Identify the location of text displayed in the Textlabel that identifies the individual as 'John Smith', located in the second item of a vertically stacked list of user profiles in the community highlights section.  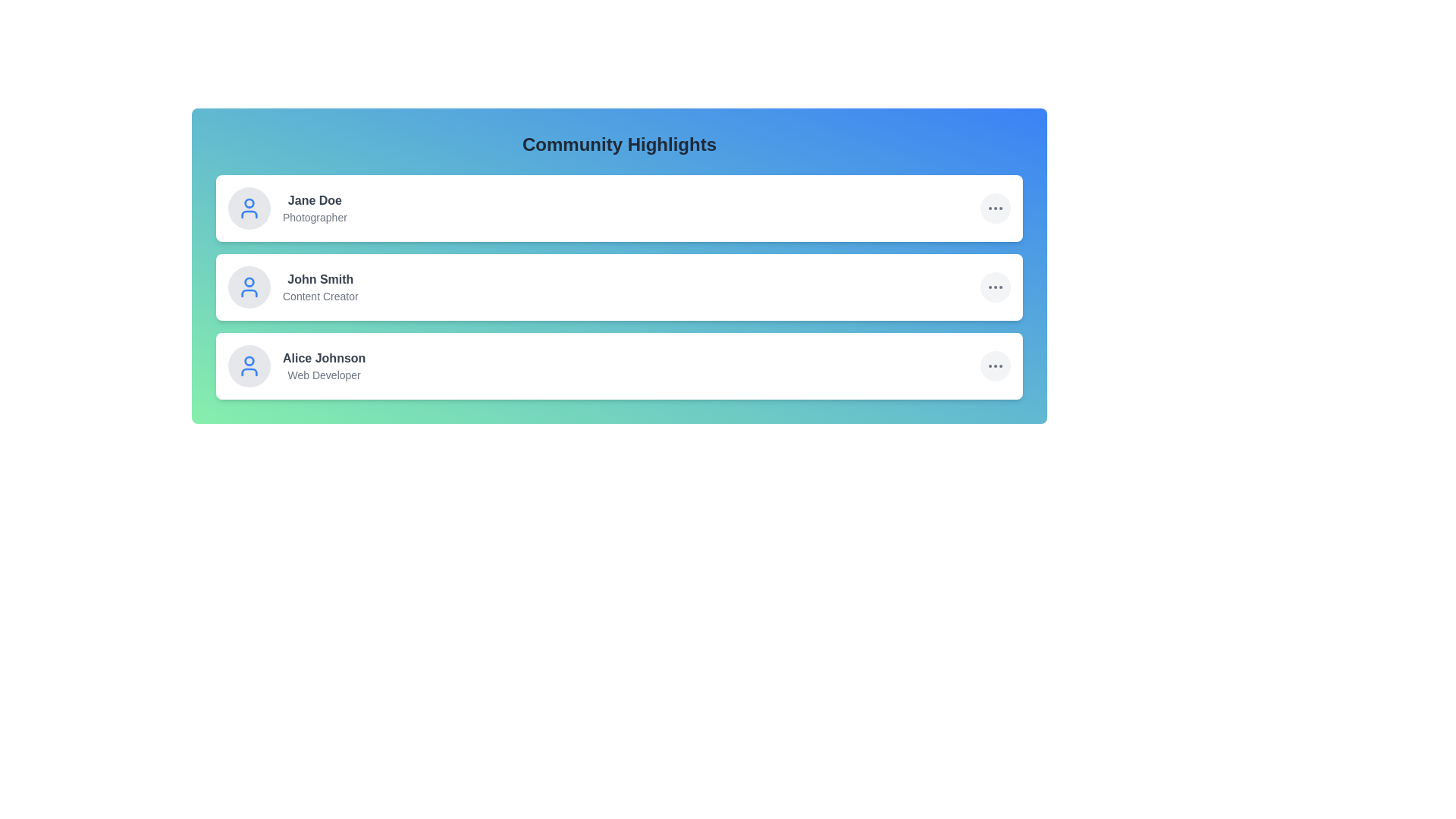
(319, 280).